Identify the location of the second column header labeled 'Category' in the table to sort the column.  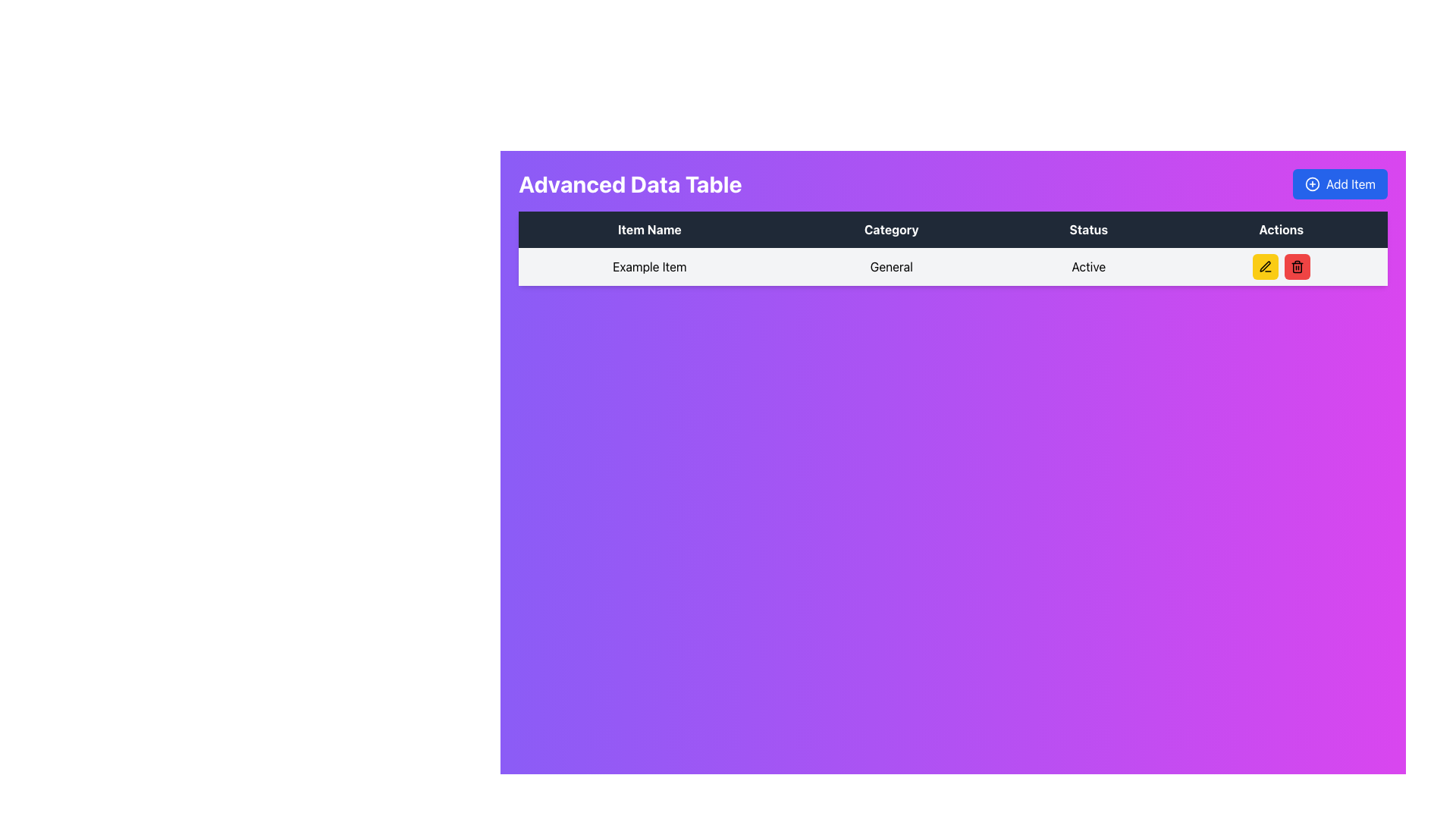
(891, 230).